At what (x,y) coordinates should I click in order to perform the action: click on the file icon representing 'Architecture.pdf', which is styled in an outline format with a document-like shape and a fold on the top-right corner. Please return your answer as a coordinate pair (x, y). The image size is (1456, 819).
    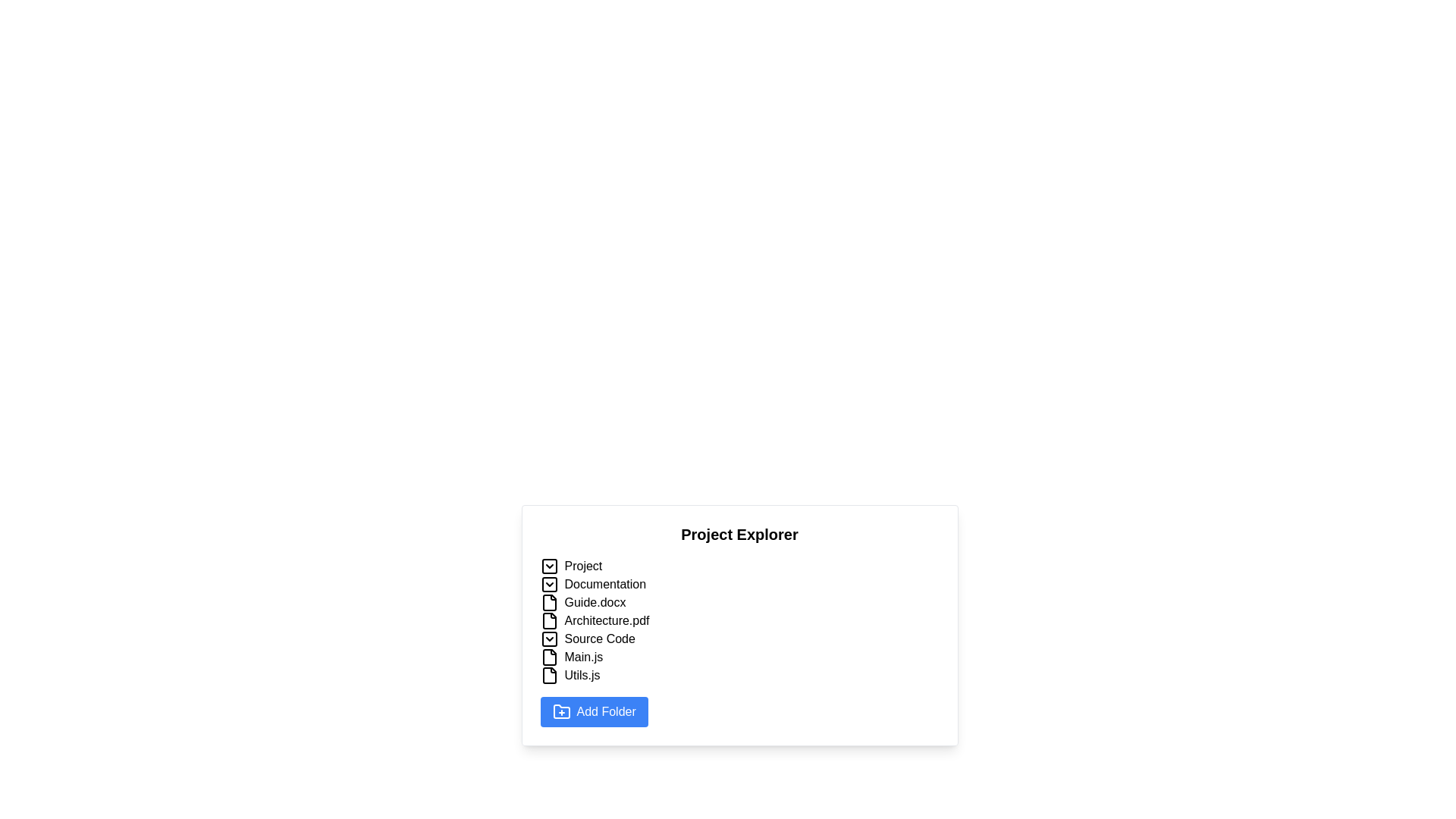
    Looking at the image, I should click on (548, 620).